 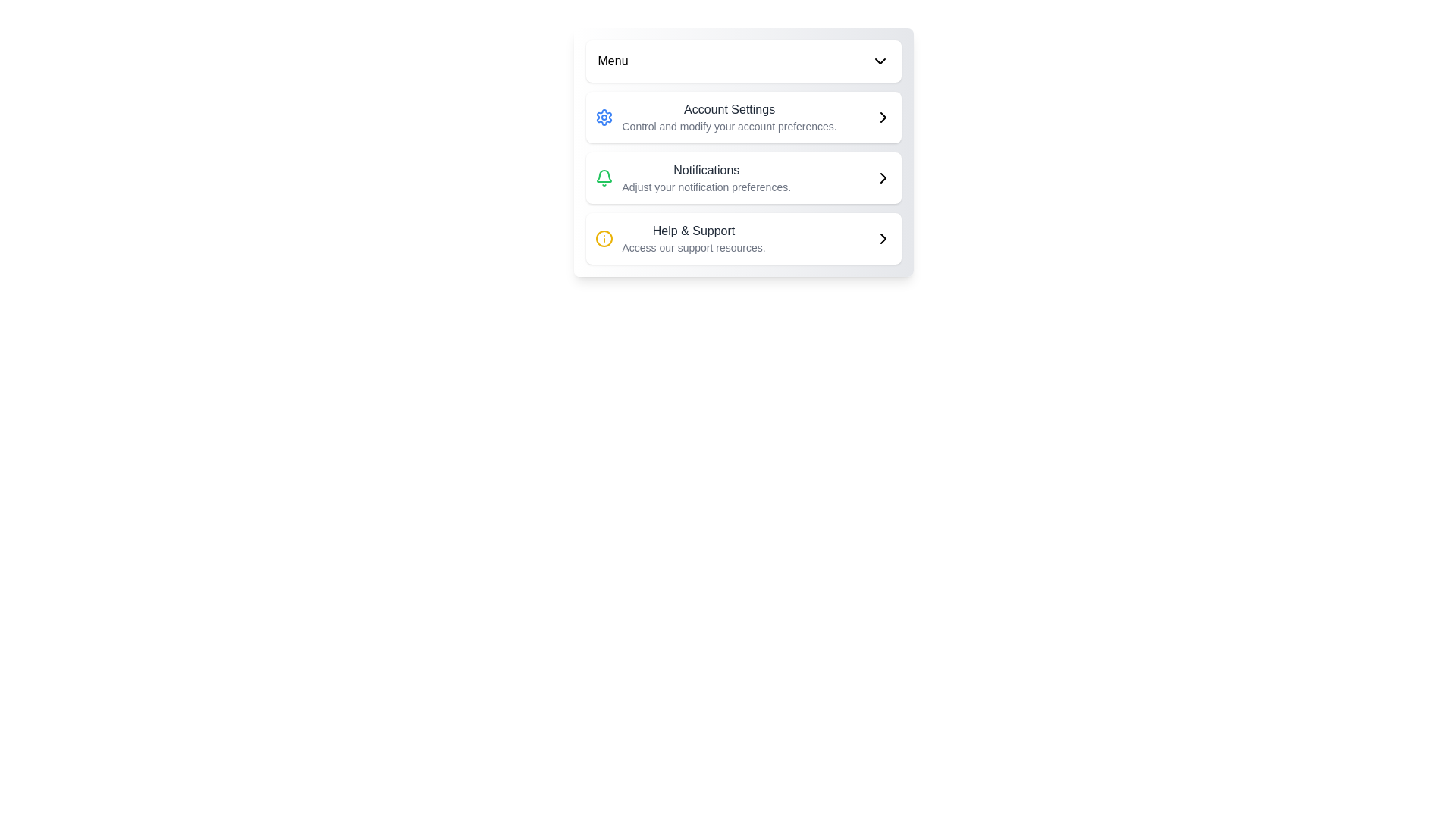 I want to click on the 'Help & Support' text label located at the bottom of the card-like menu in the top-left quadrant of the page, so click(x=693, y=239).